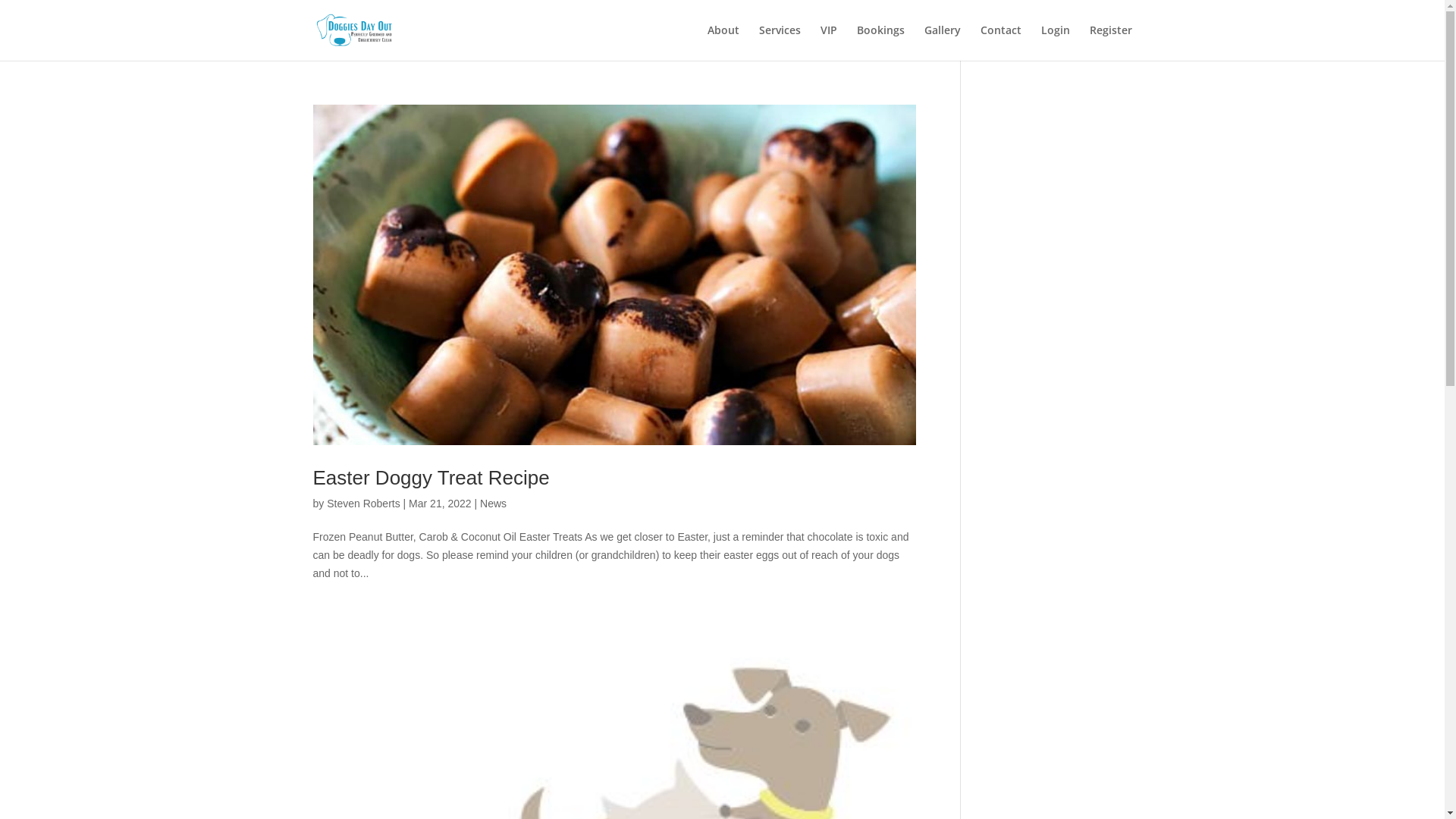 This screenshot has width=1456, height=819. What do you see at coordinates (1000, 42) in the screenshot?
I see `'Contact'` at bounding box center [1000, 42].